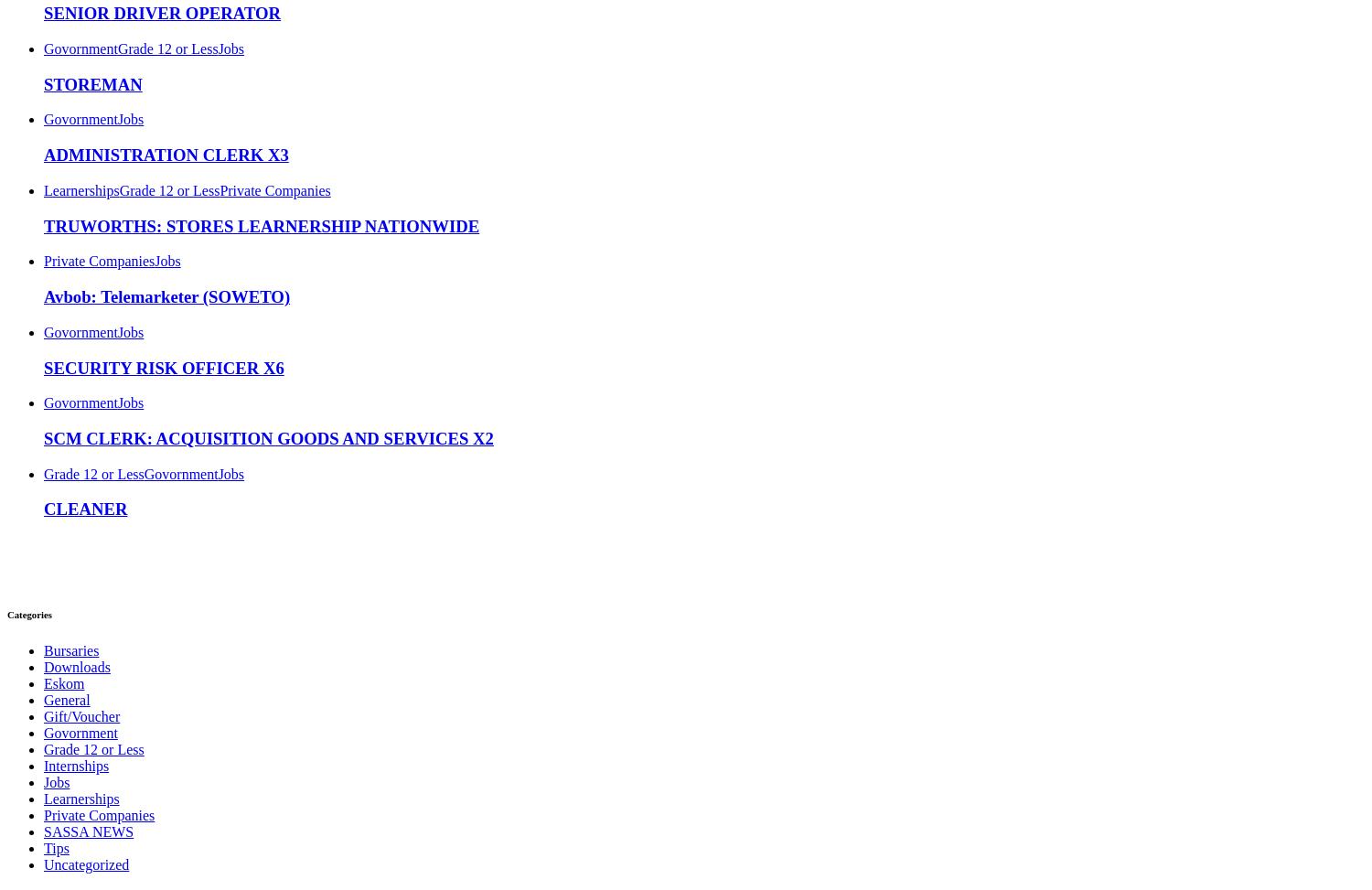 Image resolution: width=1372 pixels, height=890 pixels. I want to click on 'Avbob: Telemarketer (SOWETO)', so click(166, 296).